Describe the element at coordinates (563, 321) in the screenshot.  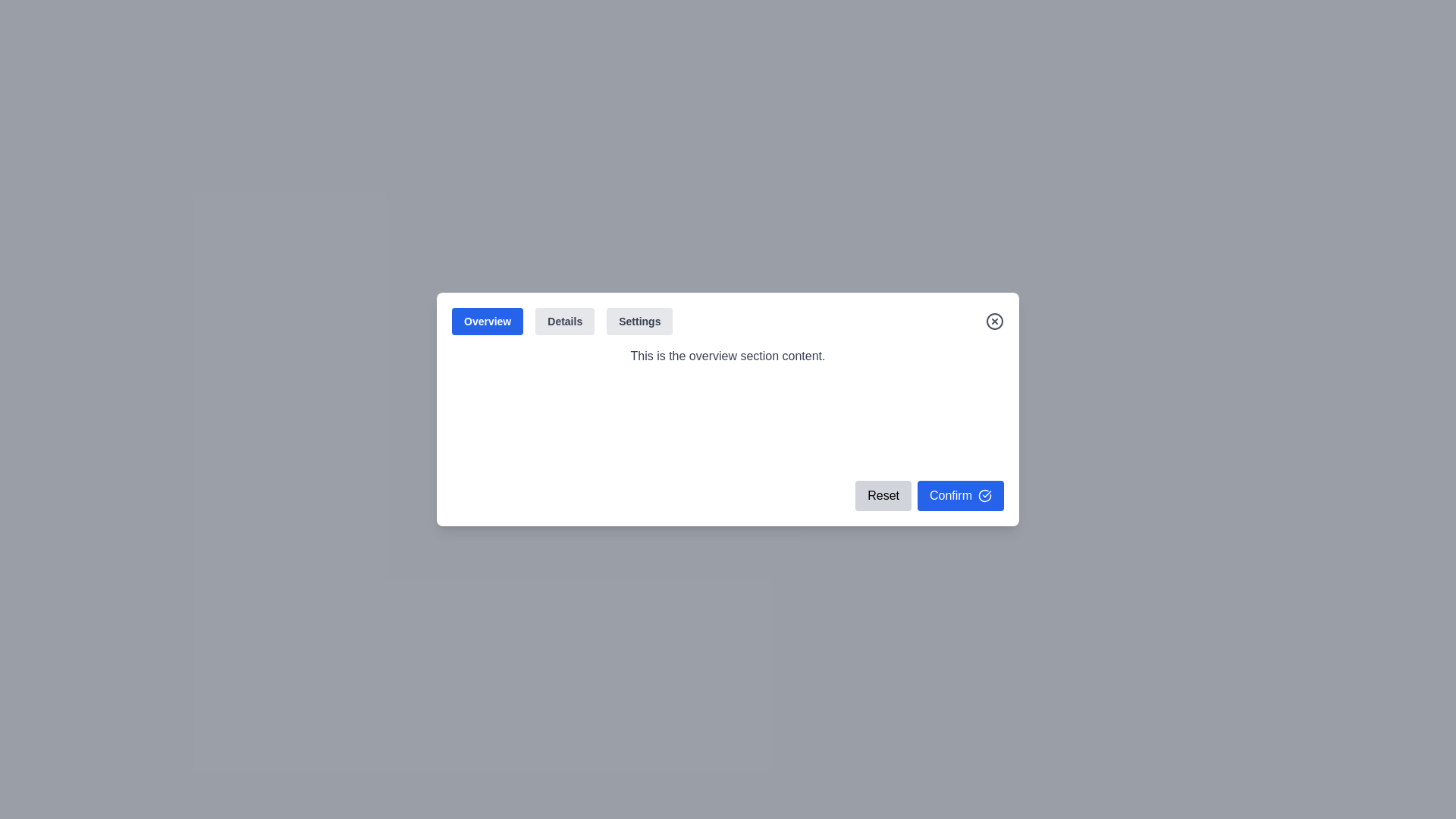
I see `the tab labeled Details to view its content` at that location.